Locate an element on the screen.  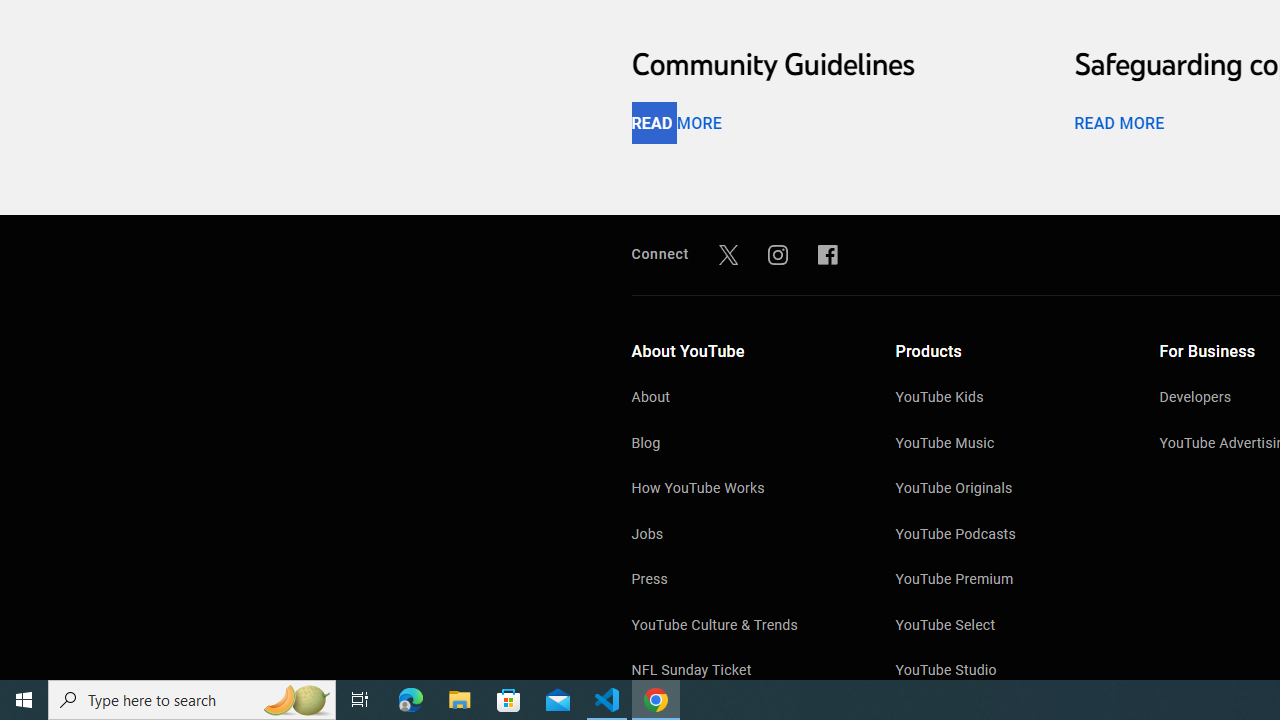
'Blog' is located at coordinates (742, 443).